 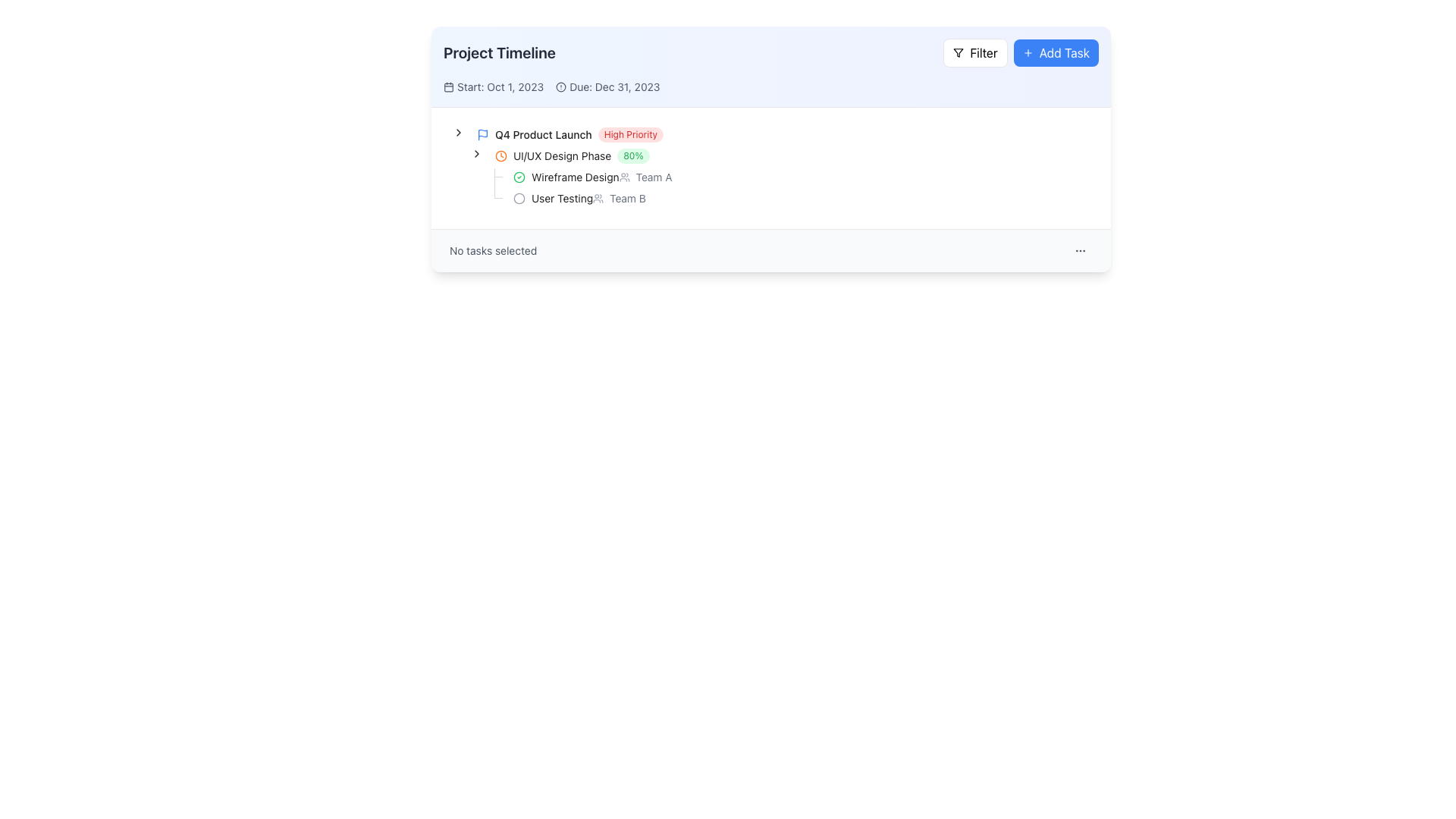 I want to click on the graphical spacer or indentation unit that visually represents the second indentation level in the collapsible tree structure, so click(x=475, y=198).